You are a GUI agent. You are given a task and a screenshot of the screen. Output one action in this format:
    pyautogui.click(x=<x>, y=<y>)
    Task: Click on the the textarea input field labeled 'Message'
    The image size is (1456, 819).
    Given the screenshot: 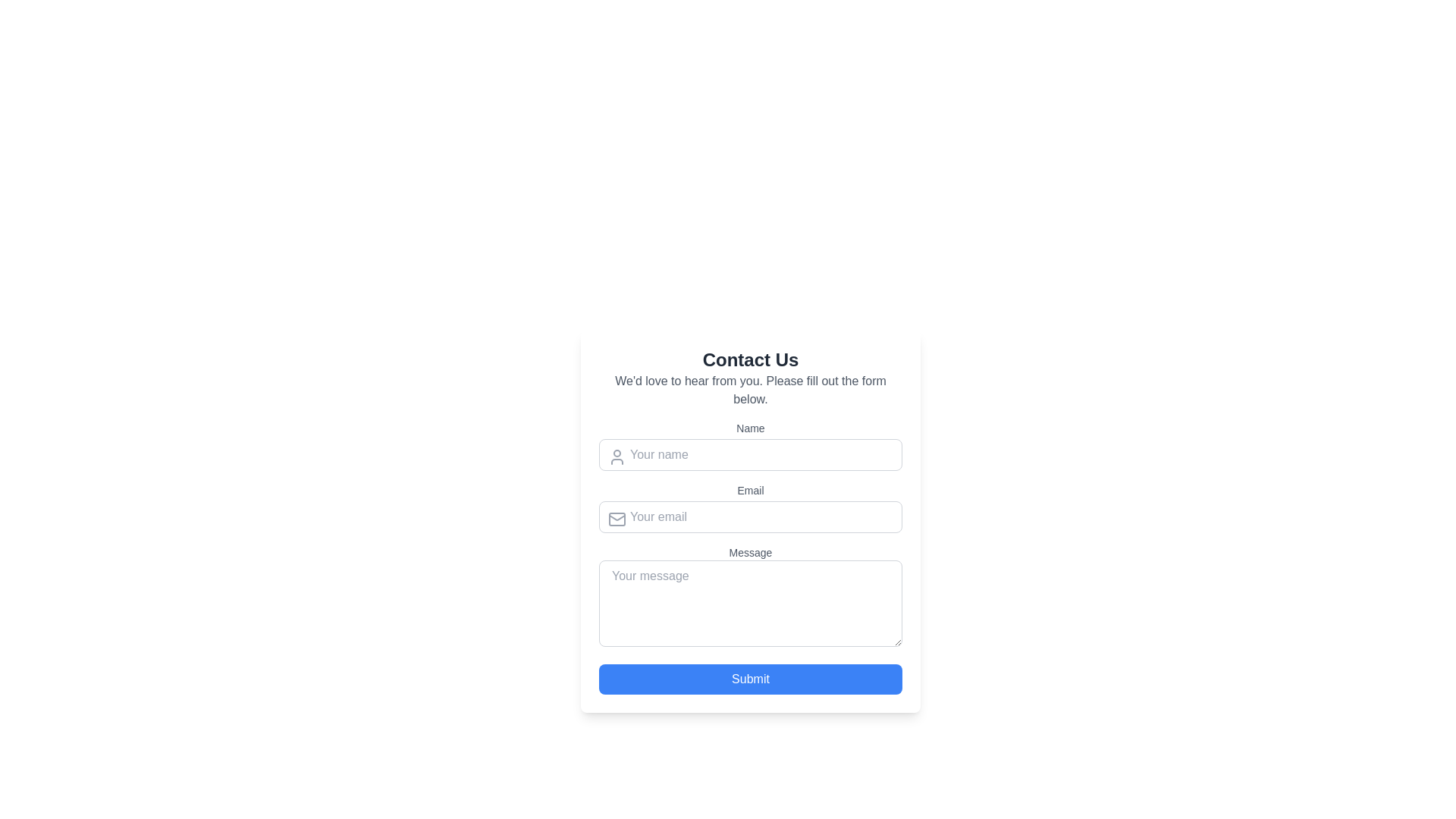 What is the action you would take?
    pyautogui.click(x=750, y=598)
    